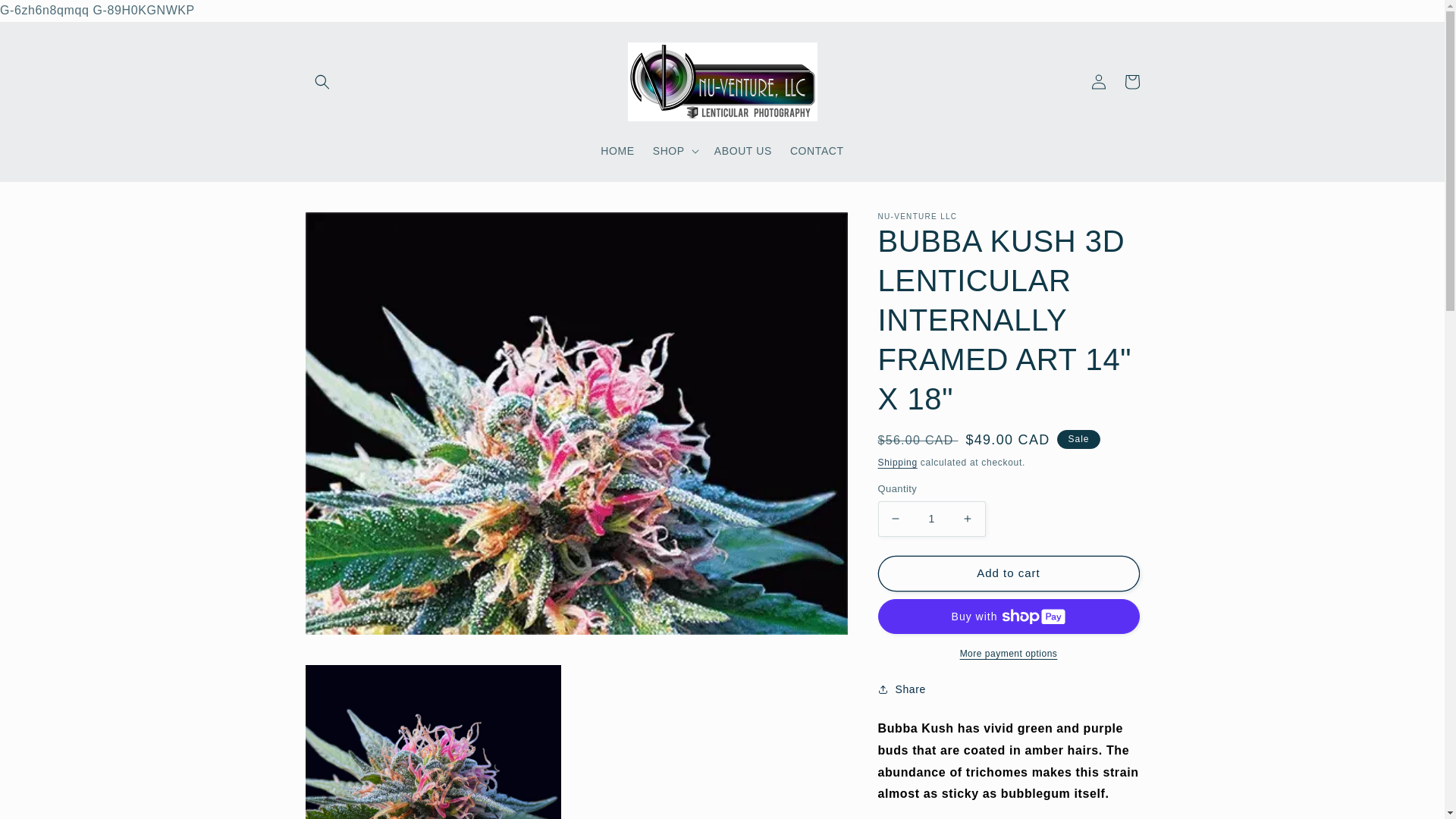  What do you see at coordinates (1009, 652) in the screenshot?
I see `'More payment options'` at bounding box center [1009, 652].